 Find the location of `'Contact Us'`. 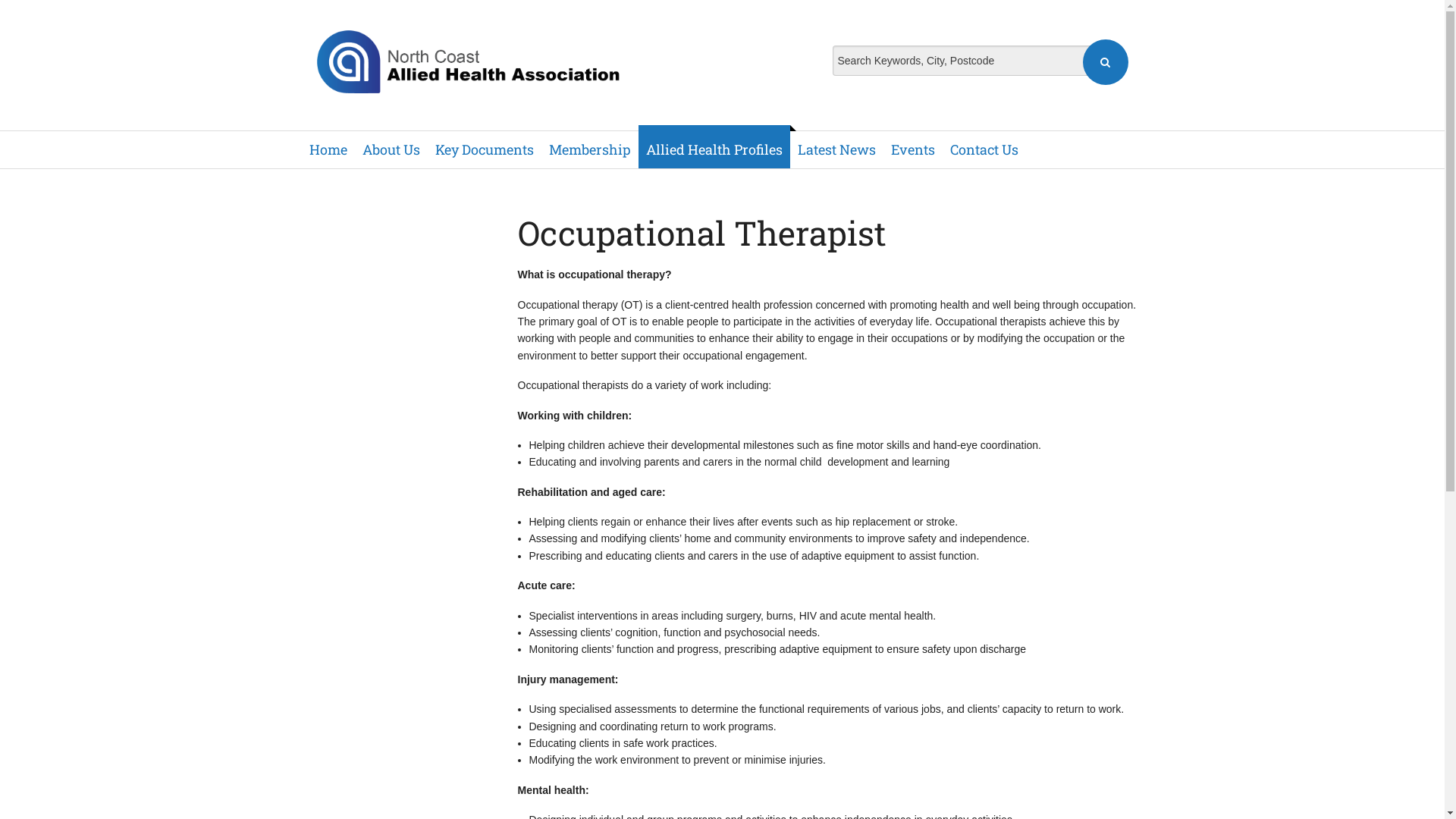

'Contact Us' is located at coordinates (941, 149).